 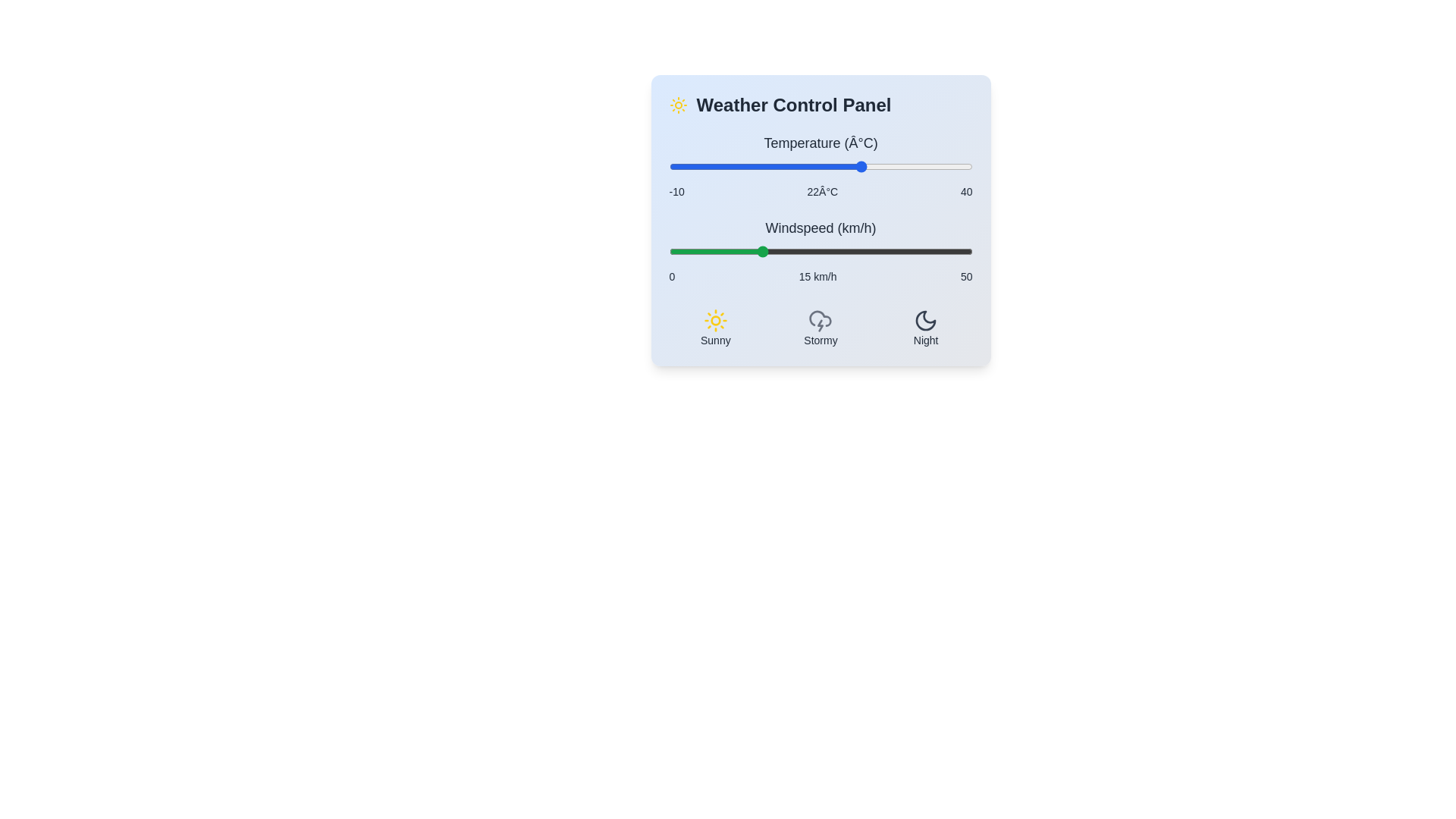 What do you see at coordinates (714, 327) in the screenshot?
I see `the sunny weather status indicator label to highlight it` at bounding box center [714, 327].